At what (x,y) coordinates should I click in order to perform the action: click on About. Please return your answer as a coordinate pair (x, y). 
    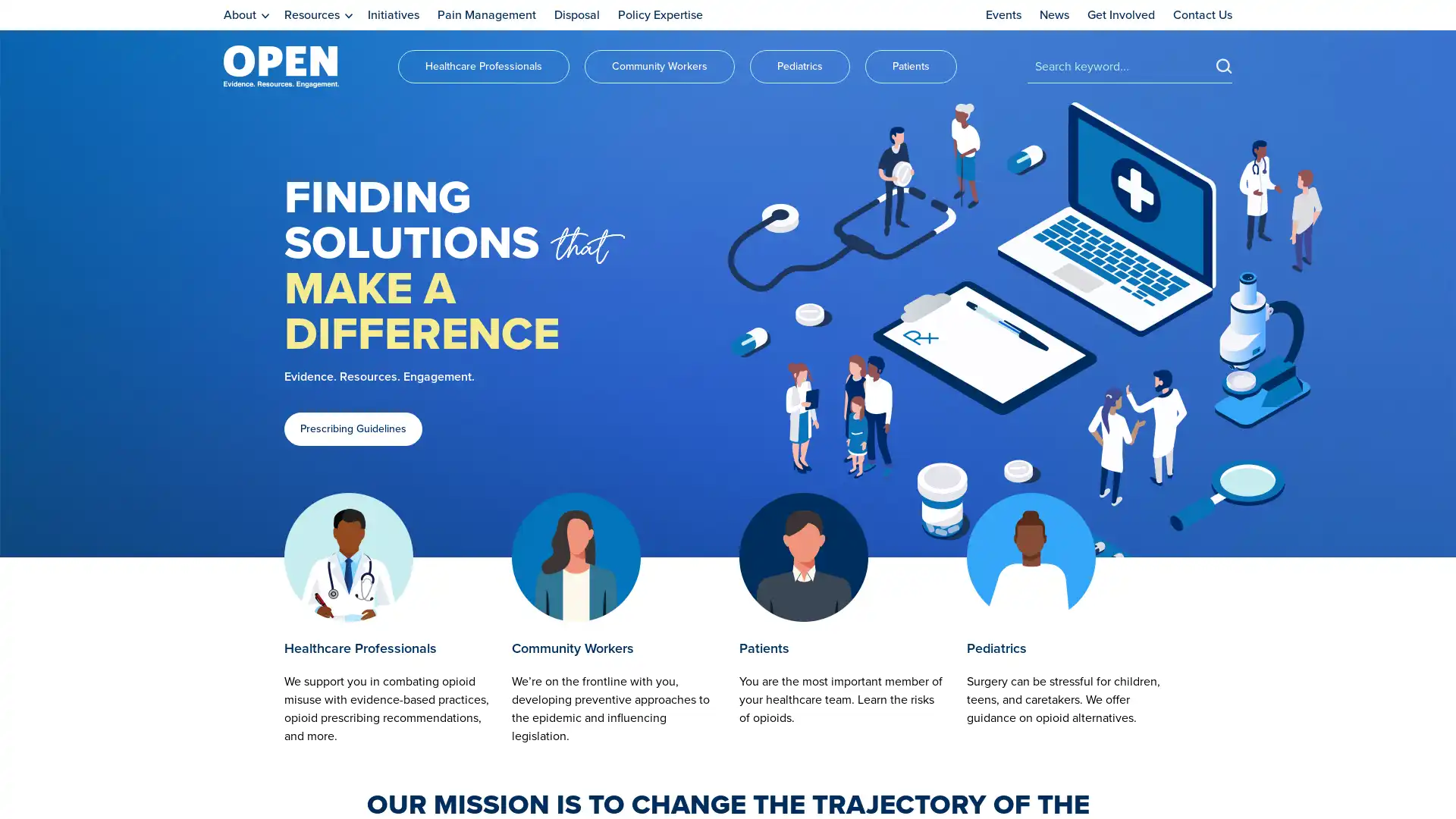
    Looking at the image, I should click on (246, 15).